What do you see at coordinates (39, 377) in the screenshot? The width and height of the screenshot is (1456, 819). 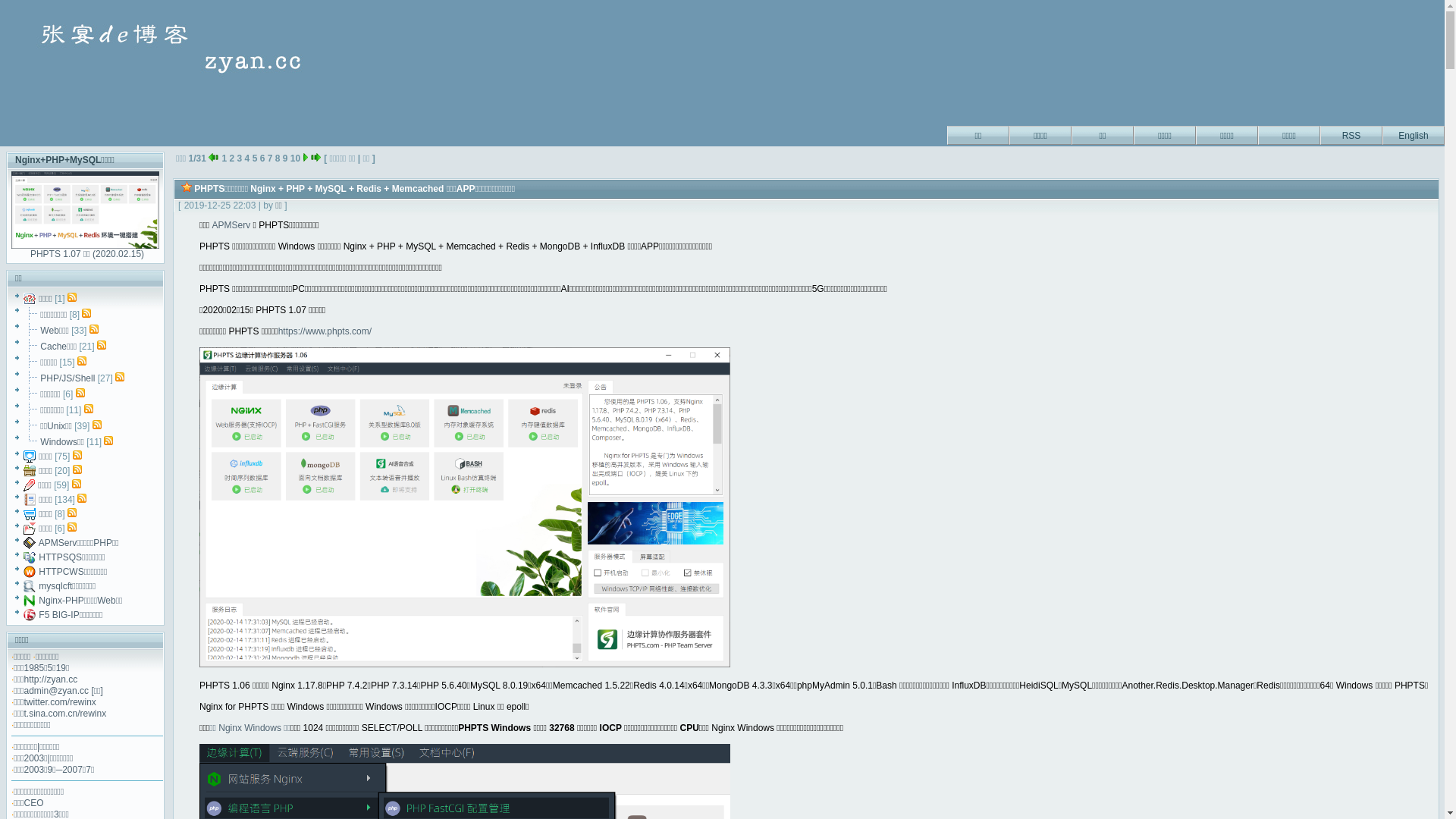 I see `'PHP/JS/Shell'` at bounding box center [39, 377].